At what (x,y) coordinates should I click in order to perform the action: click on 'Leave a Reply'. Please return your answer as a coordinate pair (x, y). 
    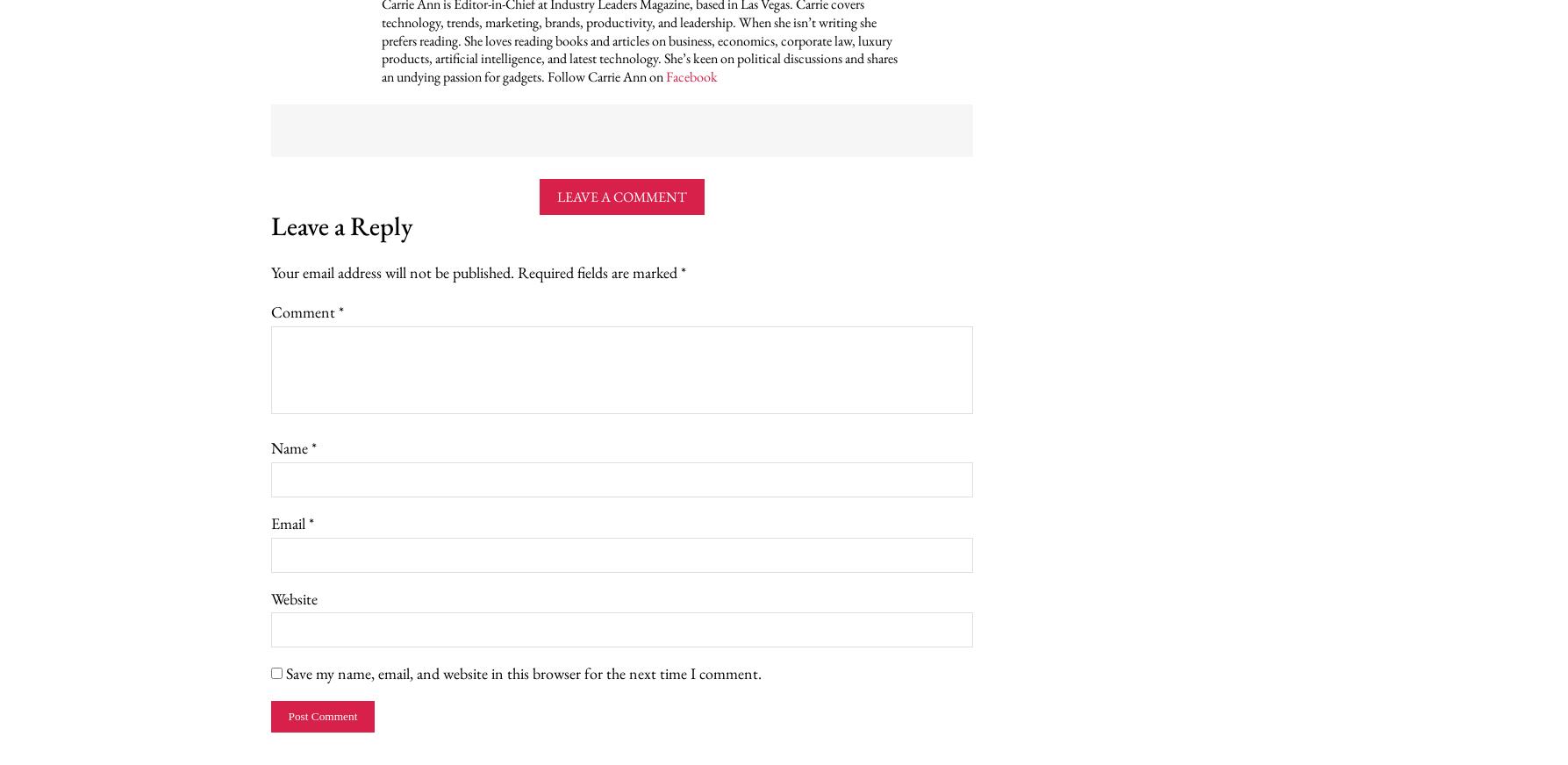
    Looking at the image, I should click on (269, 224).